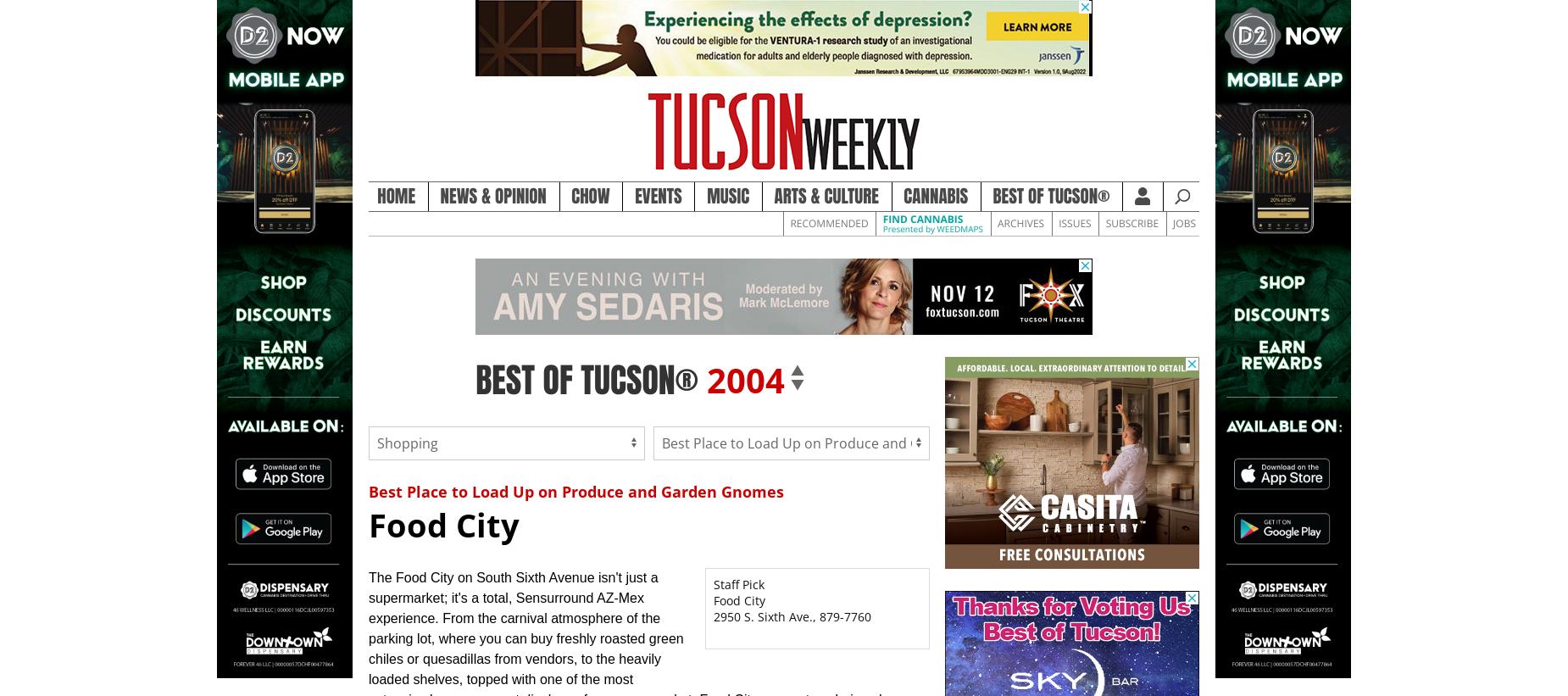  I want to click on 'Issues', so click(1073, 222).